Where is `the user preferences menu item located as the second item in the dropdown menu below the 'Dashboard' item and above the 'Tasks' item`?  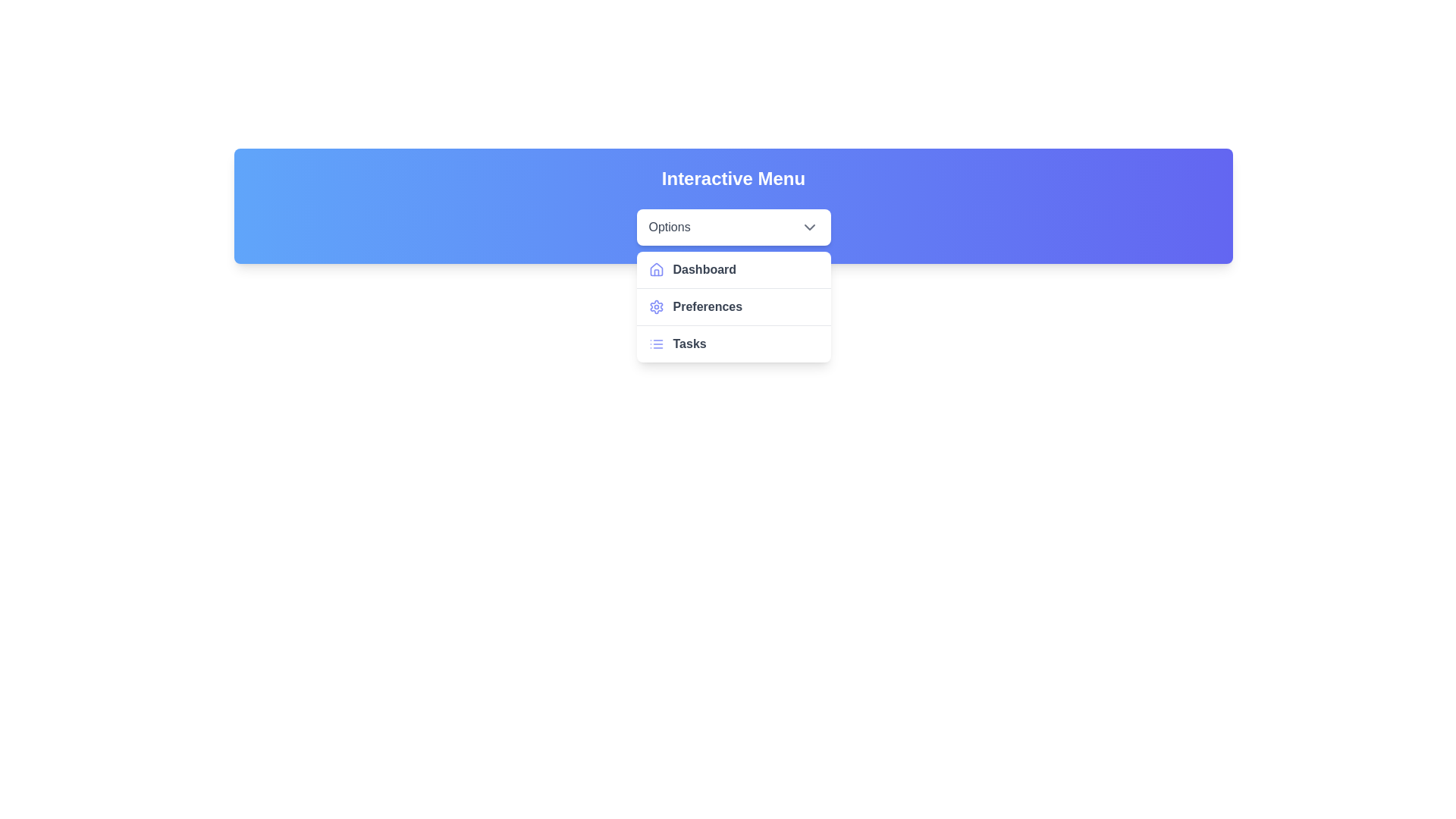 the user preferences menu item located as the second item in the dropdown menu below the 'Dashboard' item and above the 'Tasks' item is located at coordinates (733, 307).